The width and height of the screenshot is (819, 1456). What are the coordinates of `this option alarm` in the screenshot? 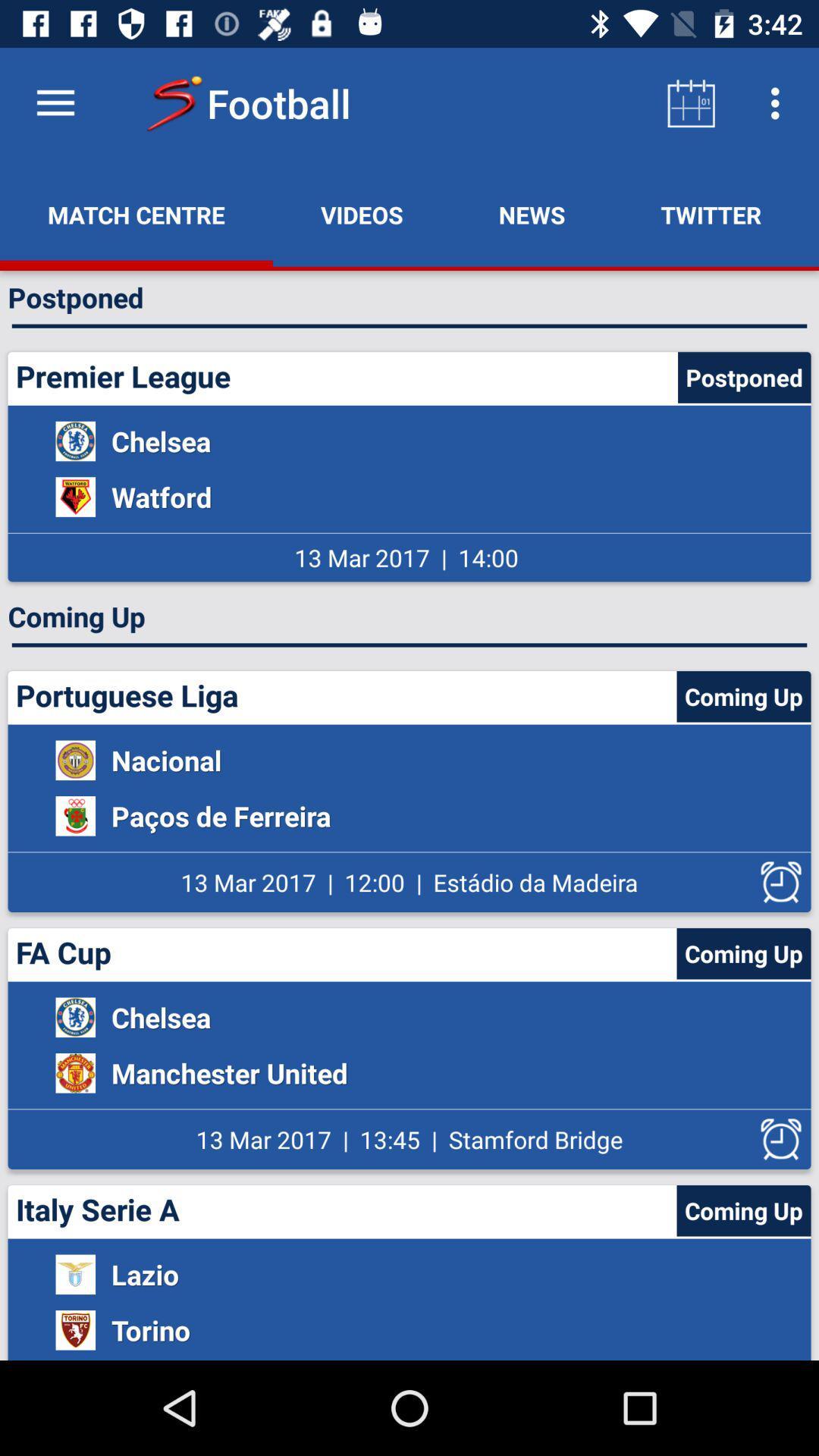 It's located at (781, 882).